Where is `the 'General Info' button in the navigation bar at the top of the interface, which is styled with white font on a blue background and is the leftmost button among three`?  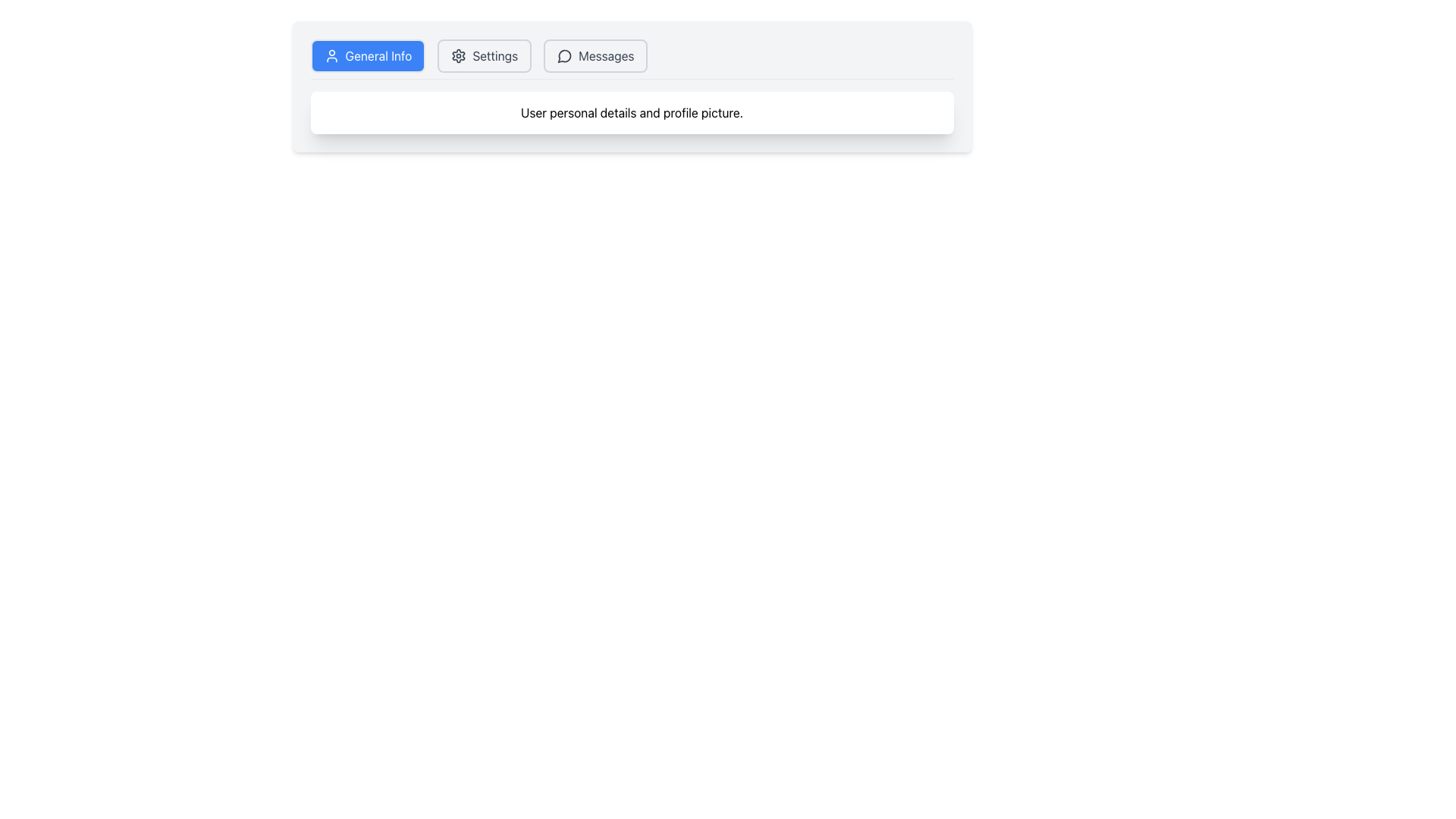
the 'General Info' button in the navigation bar at the top of the interface, which is styled with white font on a blue background and is the leftmost button among three is located at coordinates (378, 55).